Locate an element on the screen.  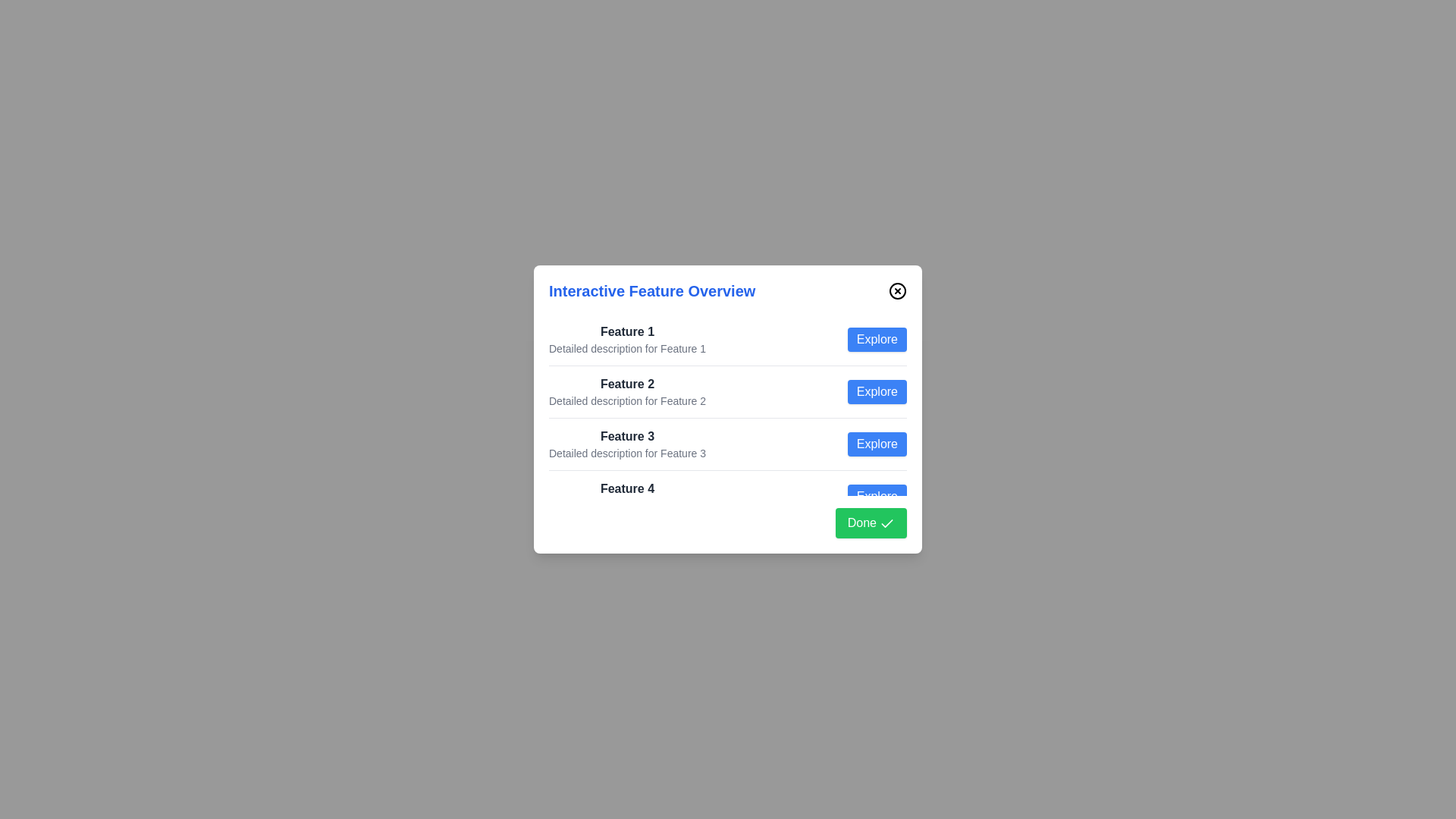
the 'Done' button to close the dialog is located at coordinates (871, 522).